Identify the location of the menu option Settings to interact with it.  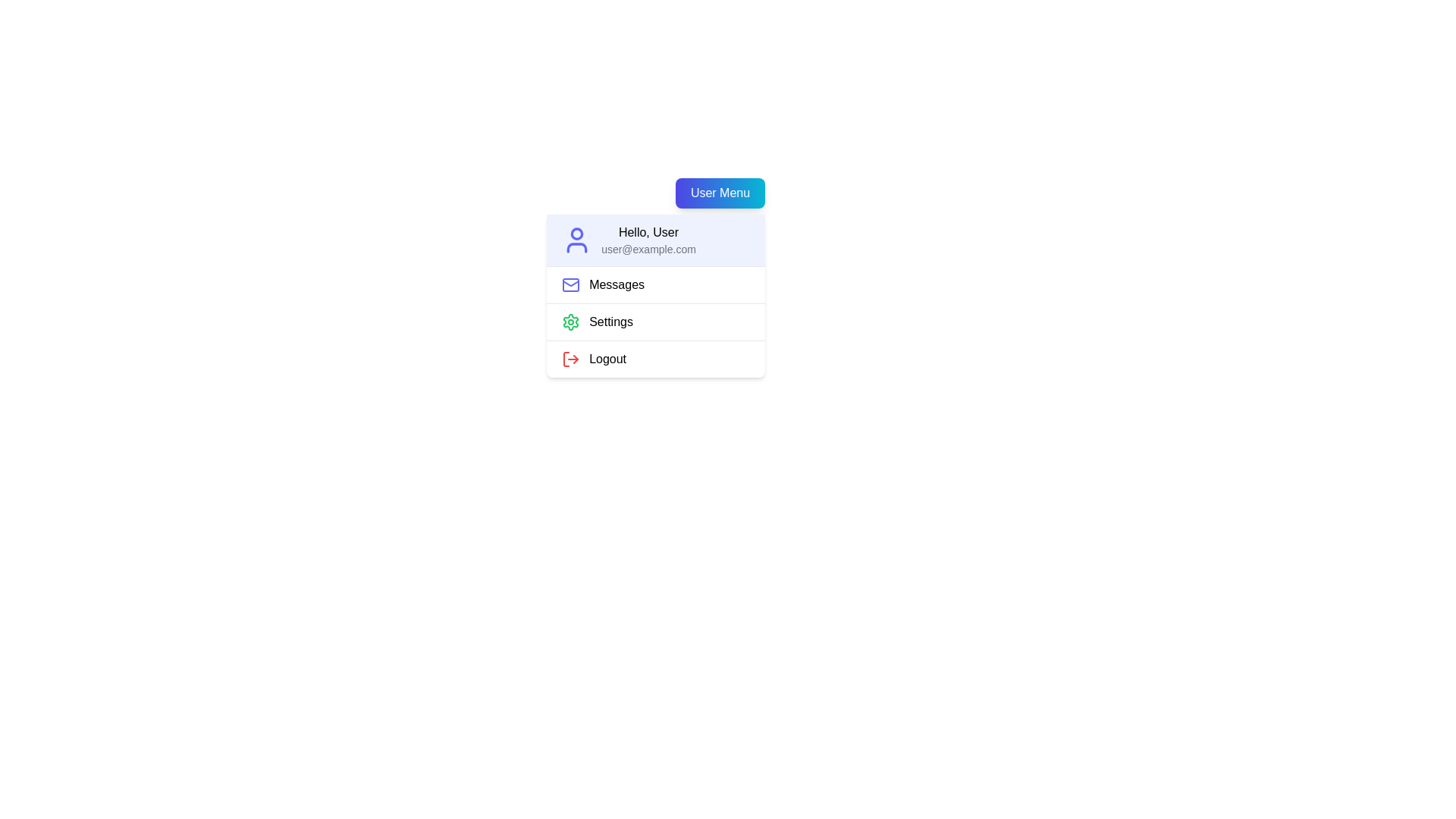
(656, 321).